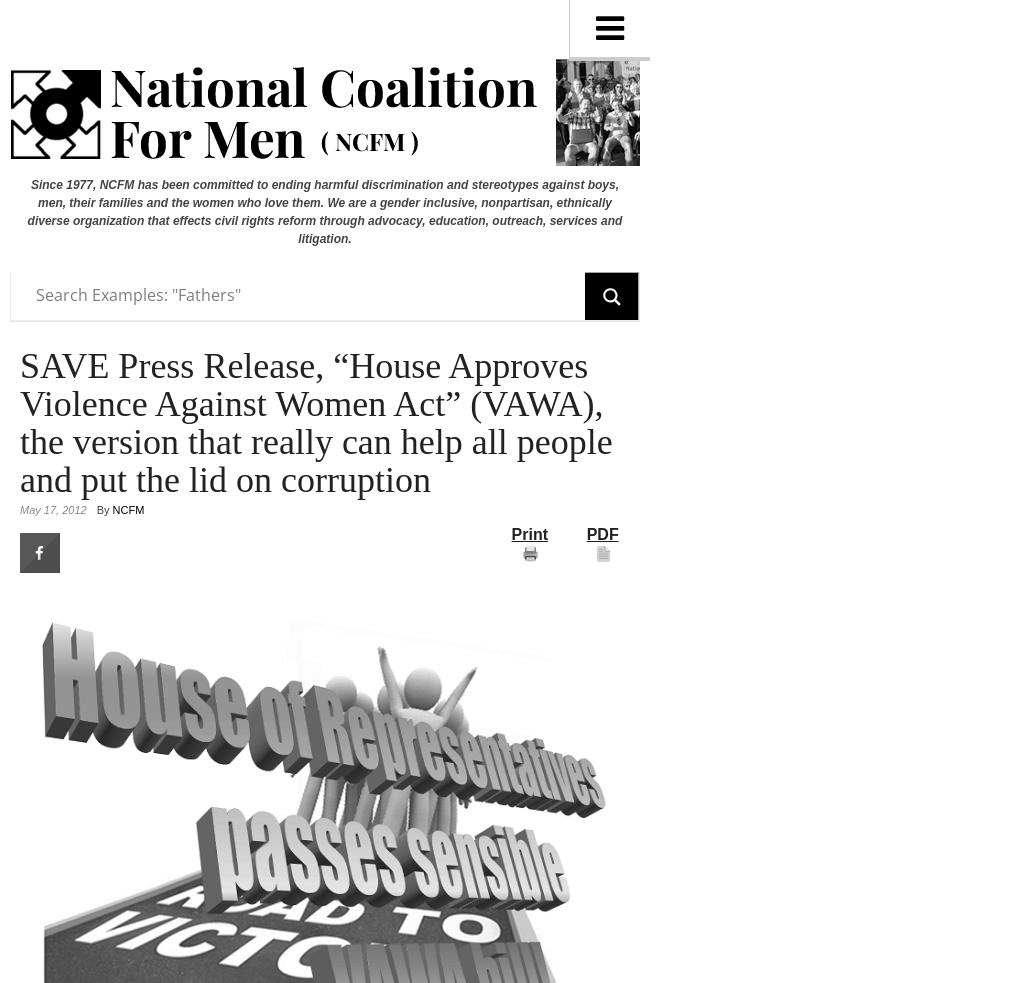  I want to click on 'Print', so click(528, 533).